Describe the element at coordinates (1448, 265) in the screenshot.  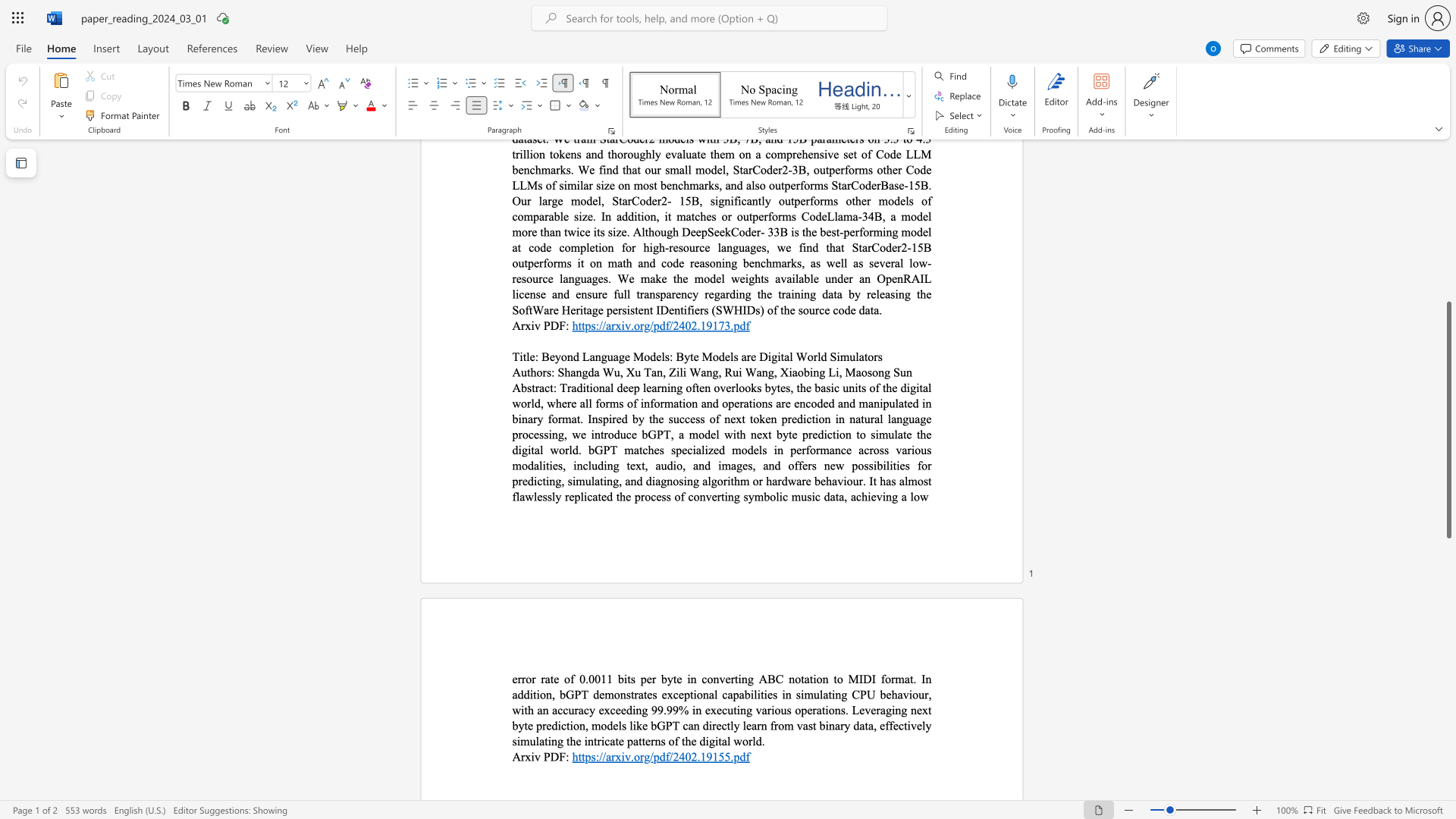
I see `the scrollbar on the side` at that location.